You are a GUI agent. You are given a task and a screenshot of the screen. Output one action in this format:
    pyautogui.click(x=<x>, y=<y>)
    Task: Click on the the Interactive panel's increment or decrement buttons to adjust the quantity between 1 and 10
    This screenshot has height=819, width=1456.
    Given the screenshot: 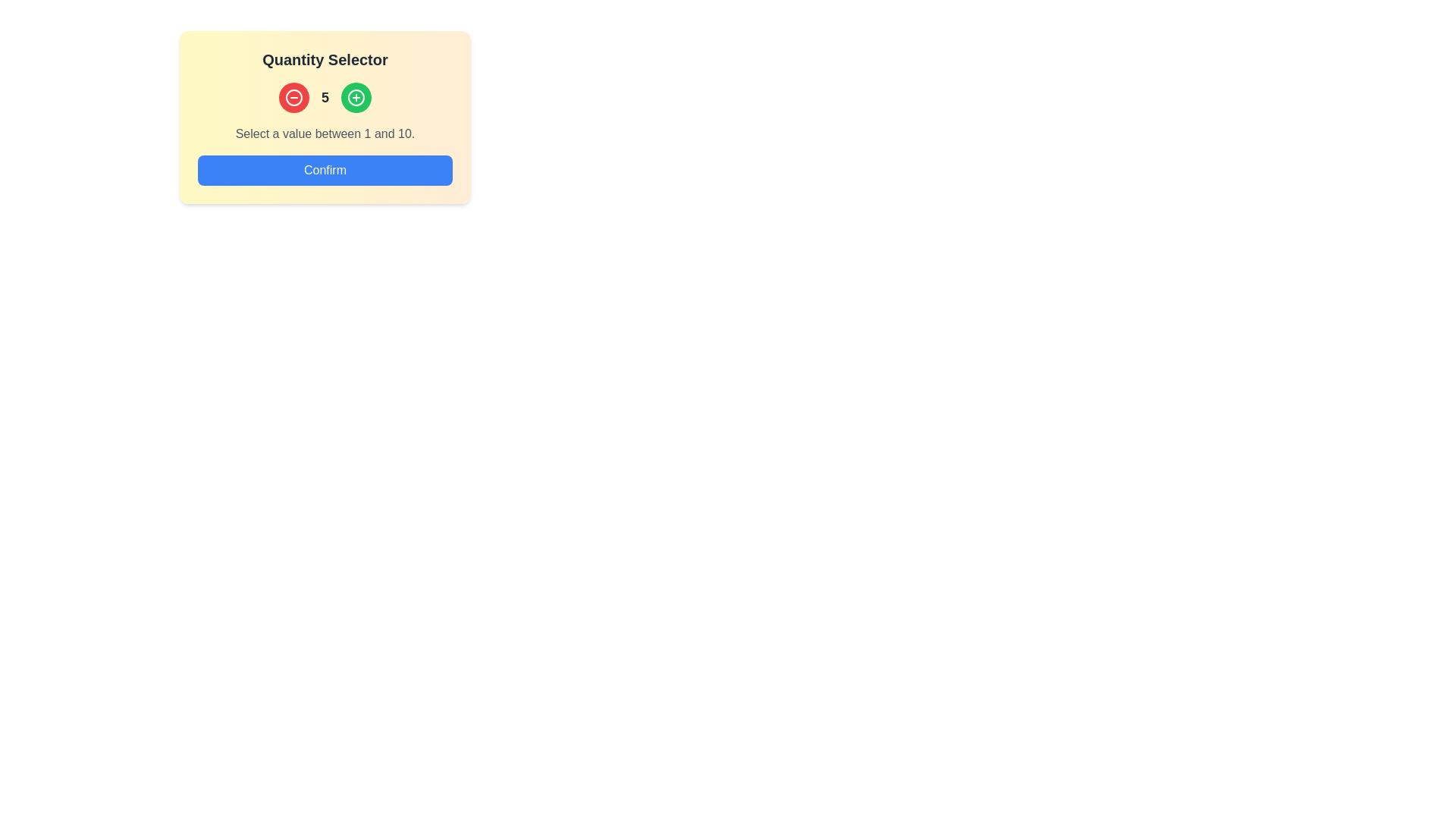 What is the action you would take?
    pyautogui.click(x=324, y=116)
    